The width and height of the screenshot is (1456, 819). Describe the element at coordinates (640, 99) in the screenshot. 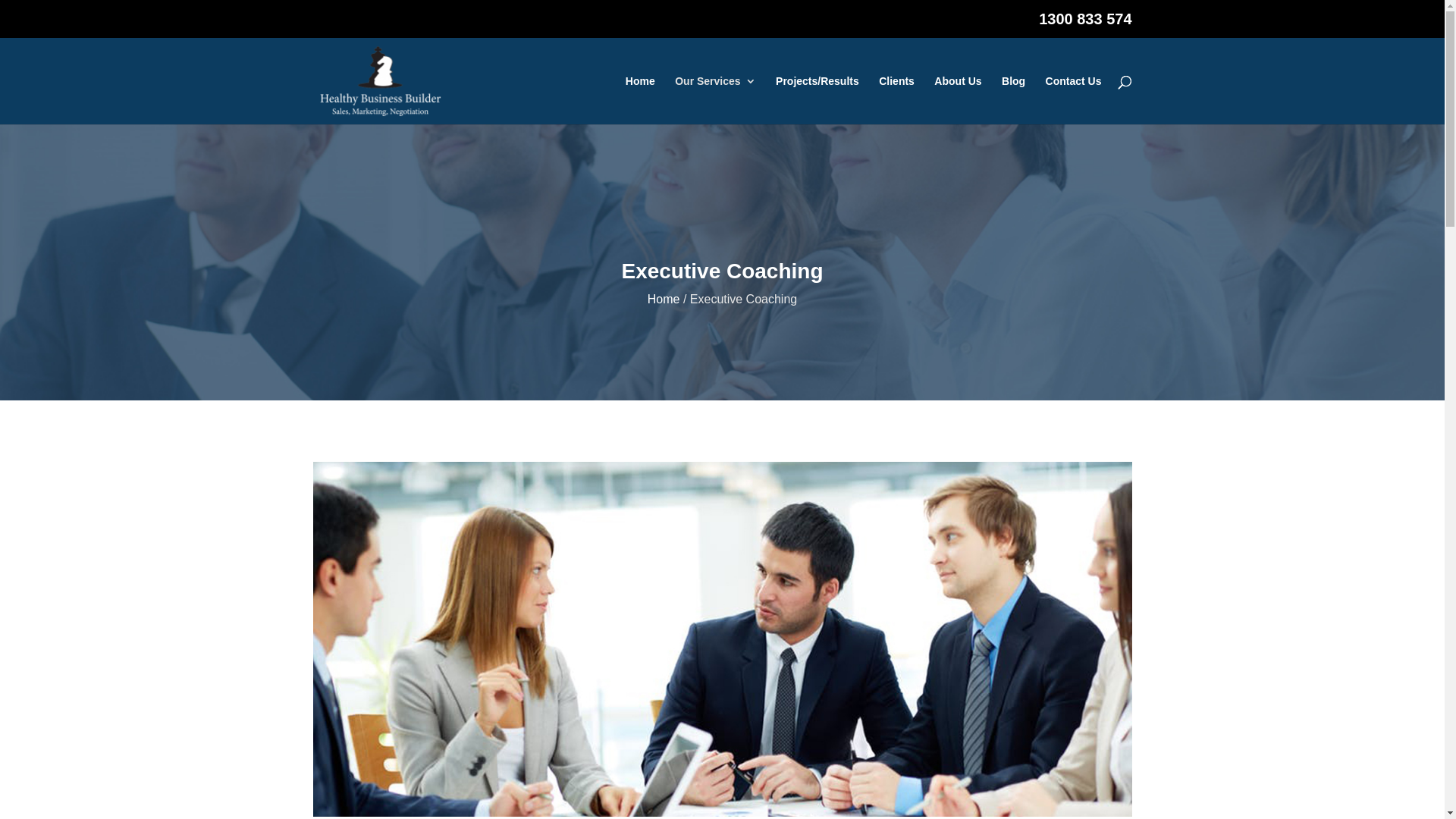

I see `'Home'` at that location.